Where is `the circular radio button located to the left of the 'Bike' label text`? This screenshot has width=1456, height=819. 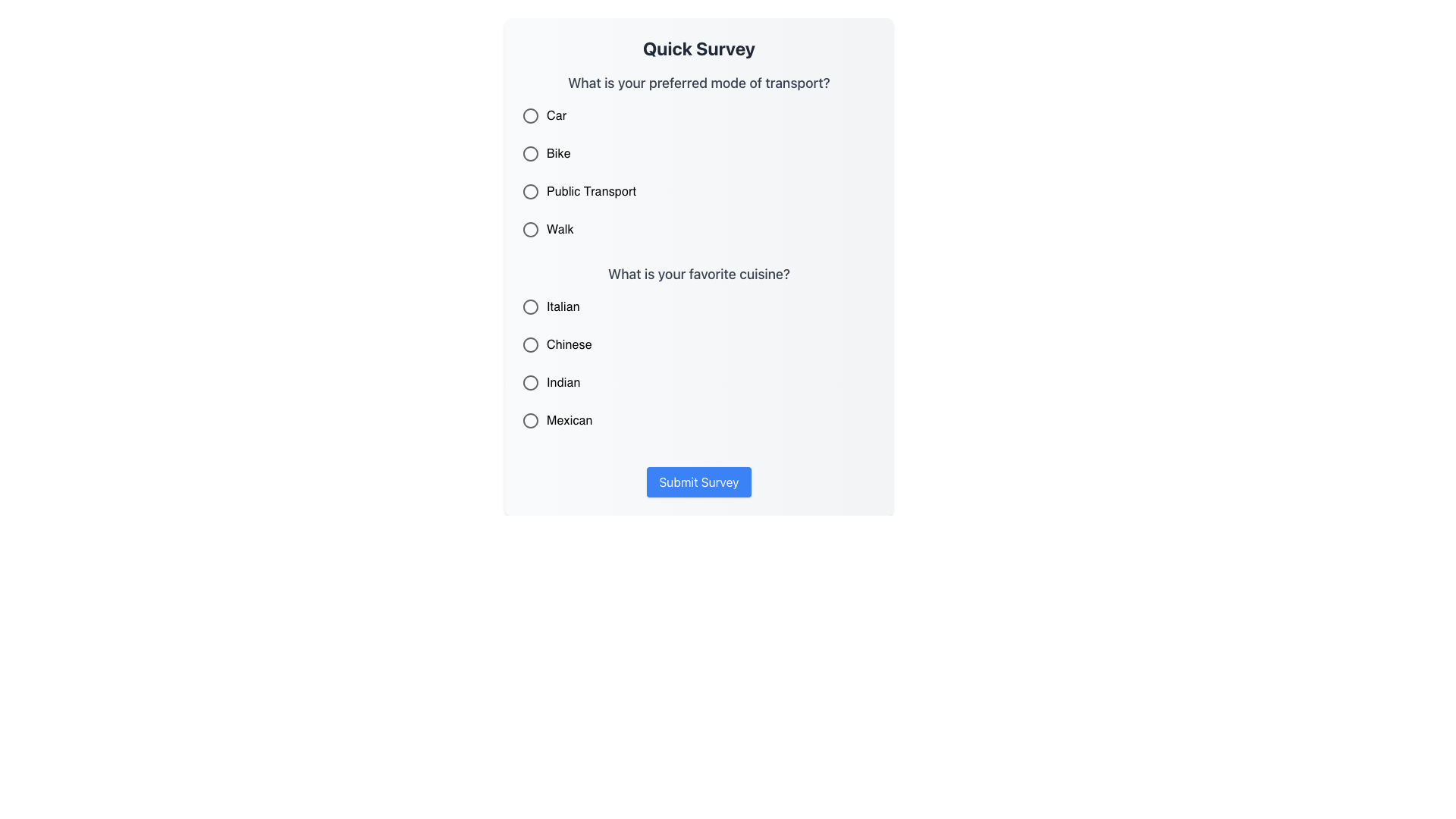 the circular radio button located to the left of the 'Bike' label text is located at coordinates (531, 154).